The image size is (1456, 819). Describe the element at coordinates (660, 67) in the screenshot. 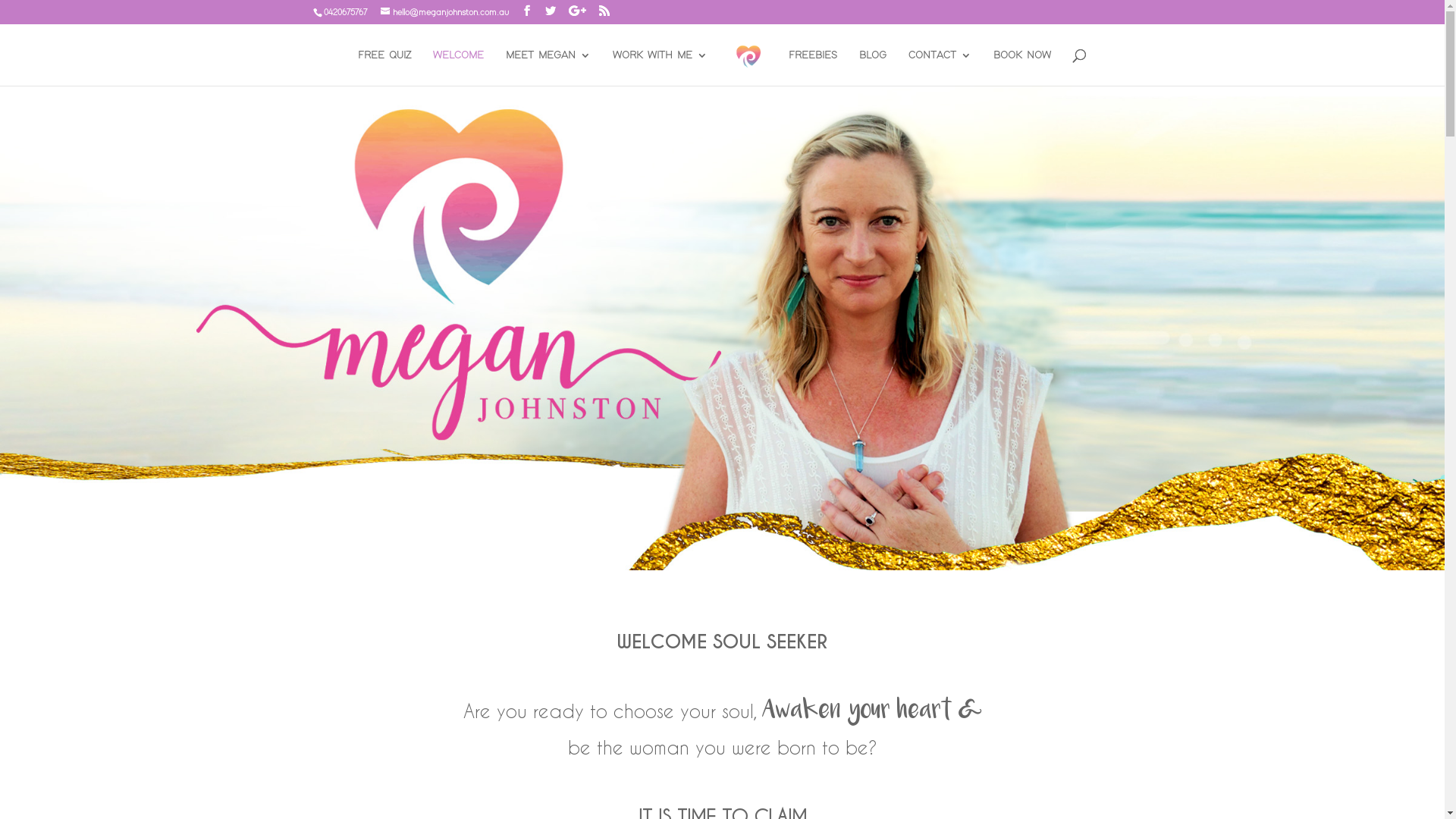

I see `'WORK WITH ME'` at that location.